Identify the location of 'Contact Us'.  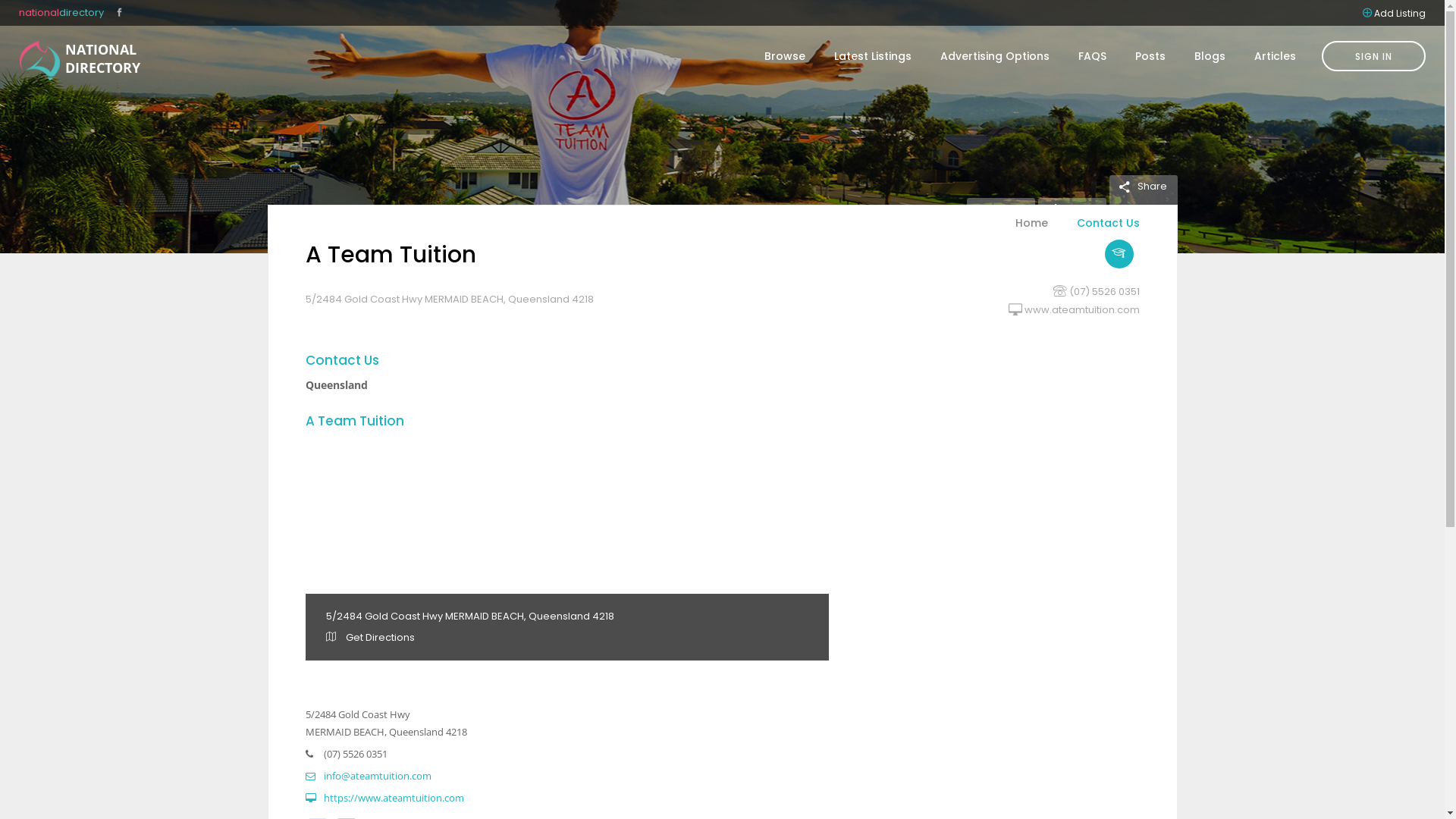
(1100, 231).